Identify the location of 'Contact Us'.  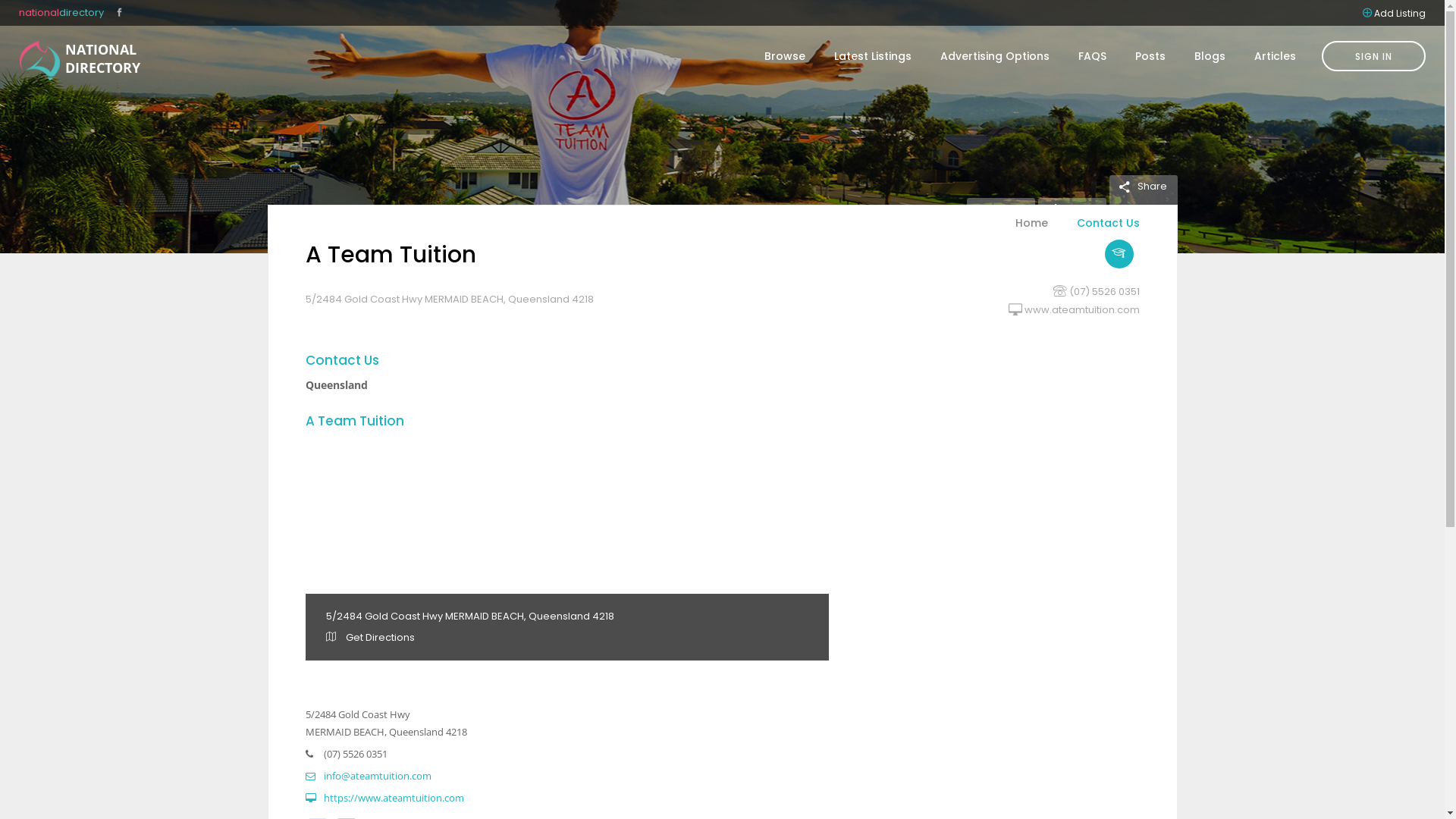
(1100, 231).